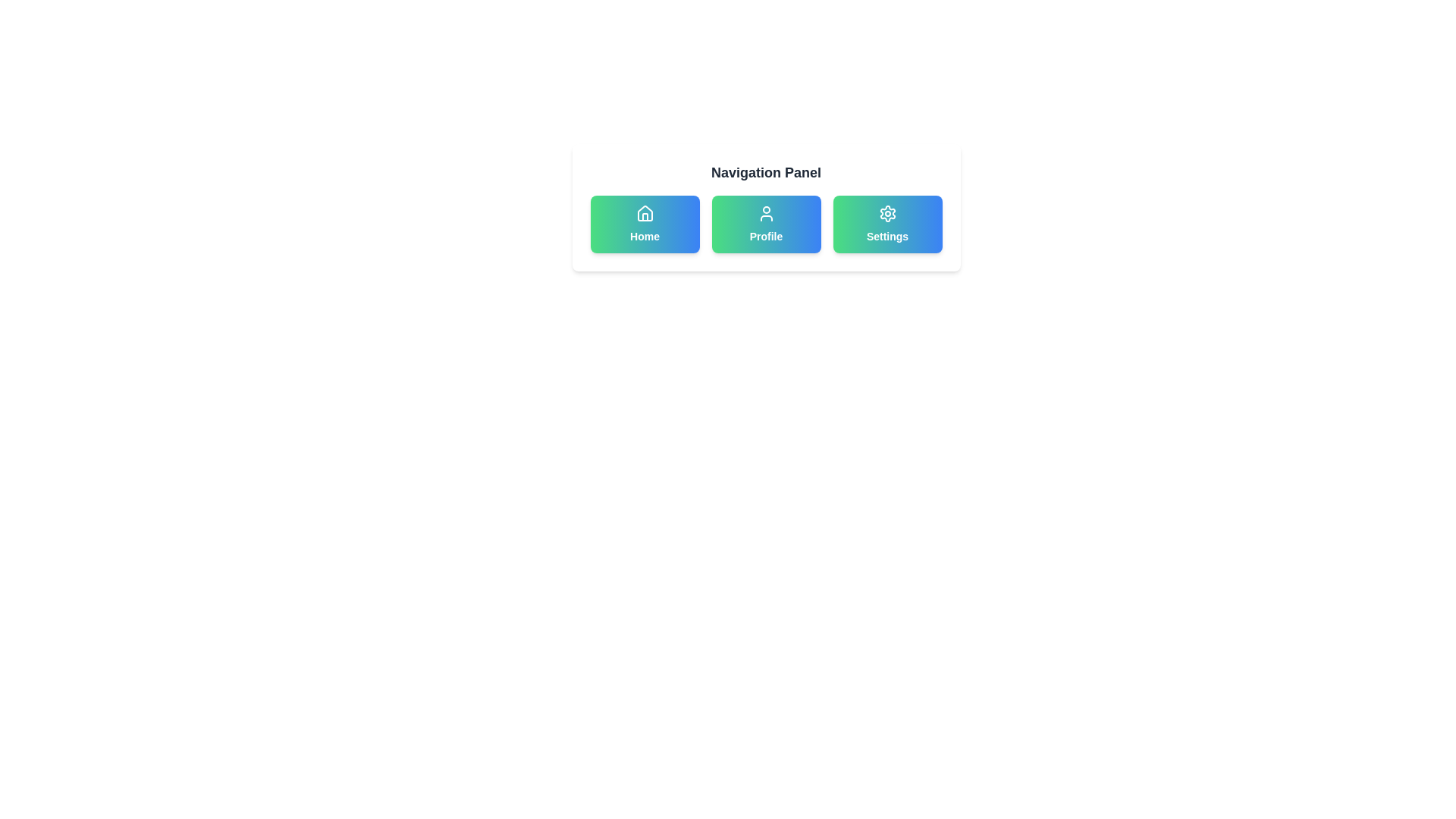 This screenshot has height=819, width=1456. Describe the element at coordinates (645, 237) in the screenshot. I see `the 'Home' static text label, which is a small, bold white font within a blue-to-green gradient rectangle, located in the navigation panel as the first item on the left` at that location.